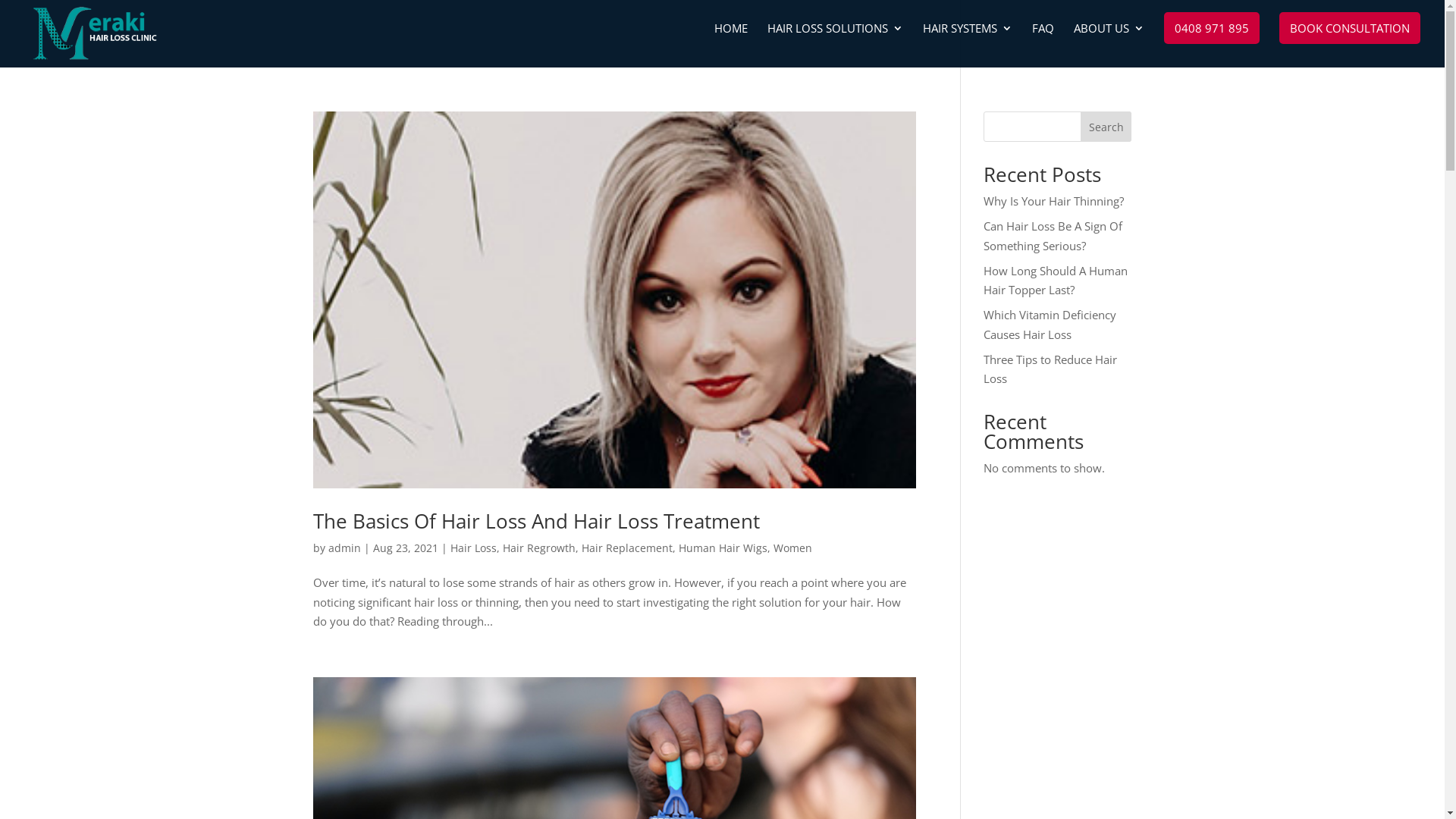 This screenshot has height=819, width=1456. What do you see at coordinates (1052, 236) in the screenshot?
I see `'Can Hair Loss Be A Sign Of Something Serious?'` at bounding box center [1052, 236].